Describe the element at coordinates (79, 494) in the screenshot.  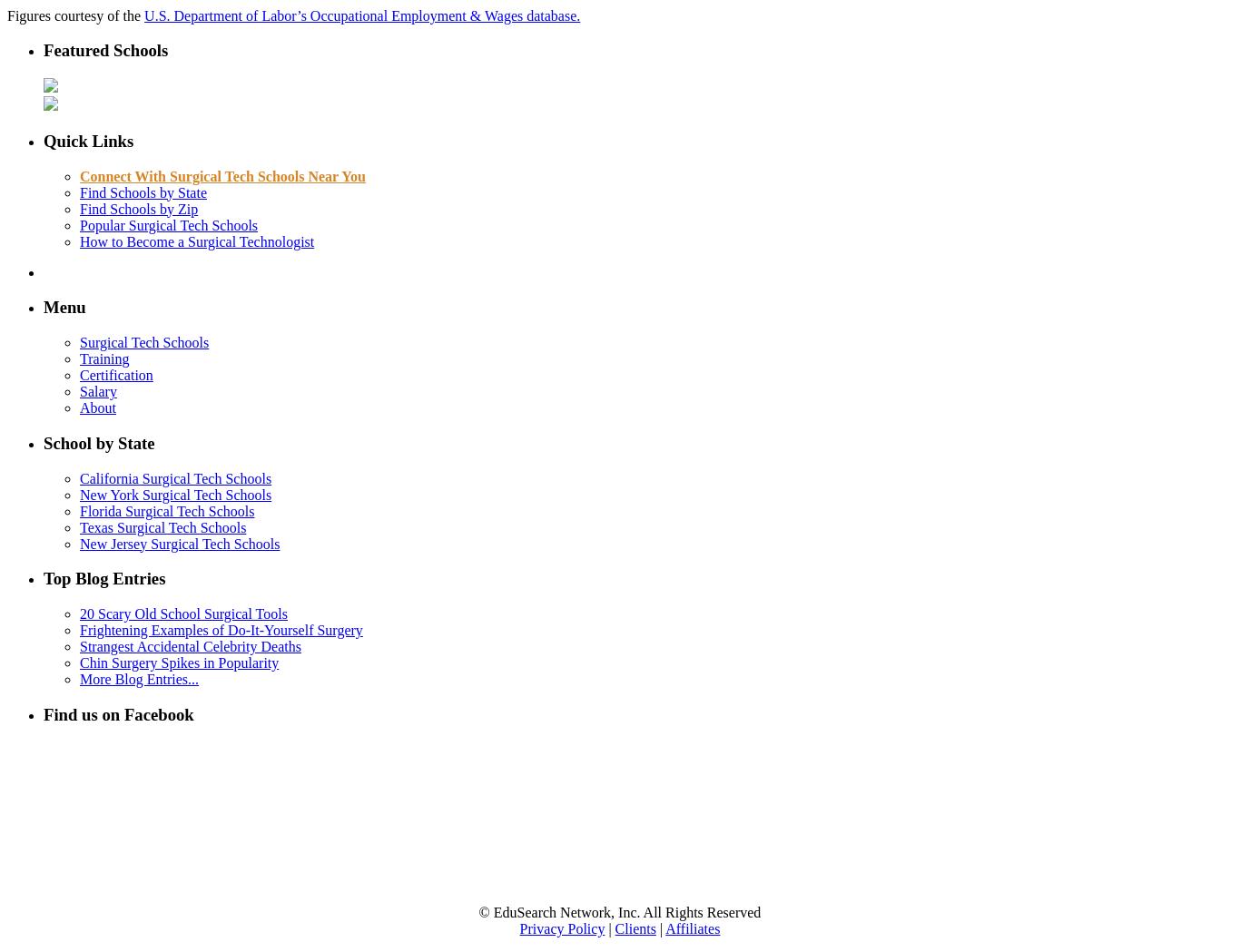
I see `'New York Surgical Tech Schools'` at that location.